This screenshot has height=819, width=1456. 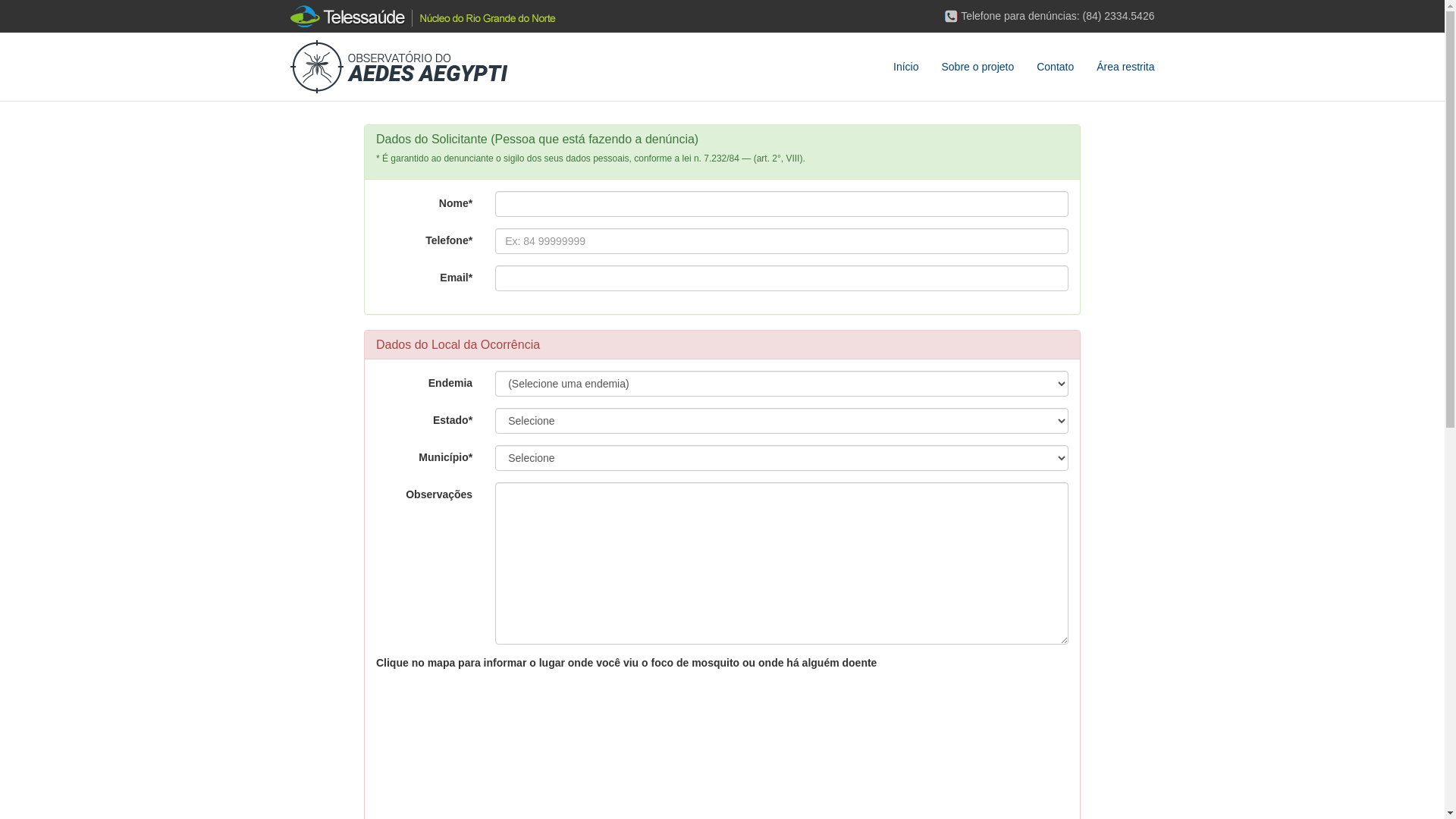 What do you see at coordinates (977, 66) in the screenshot?
I see `'Sobre o projeto'` at bounding box center [977, 66].